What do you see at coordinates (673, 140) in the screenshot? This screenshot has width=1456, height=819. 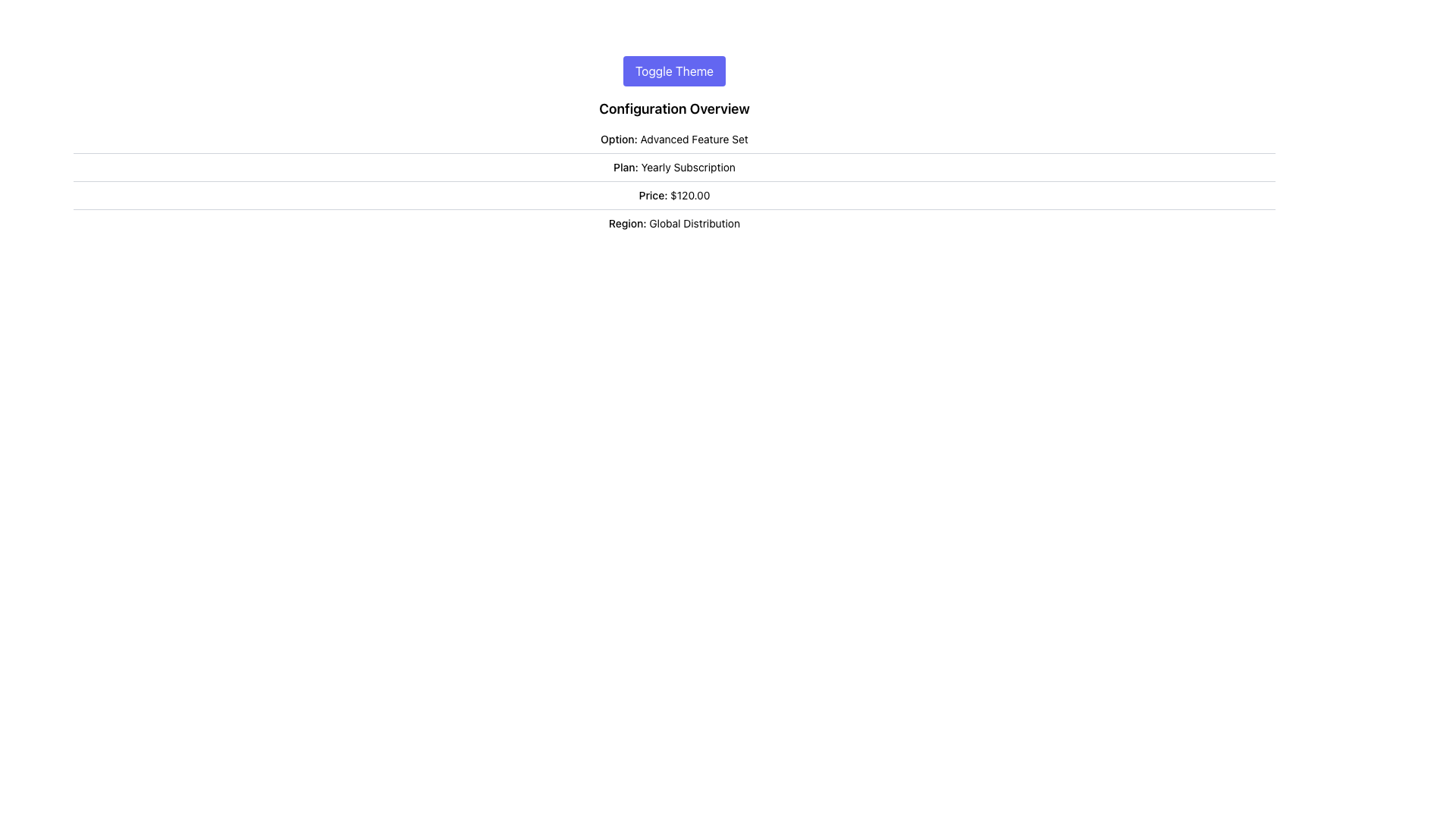 I see `the static text label that contains the string 'Option: Advanced Feature Set', which is styled with a small font size and bold emphasis on the word 'Option:'. This label is located at the topmost row of the 'Configuration Overview' layout, beneath the 'Toggle Theme' button` at bounding box center [673, 140].